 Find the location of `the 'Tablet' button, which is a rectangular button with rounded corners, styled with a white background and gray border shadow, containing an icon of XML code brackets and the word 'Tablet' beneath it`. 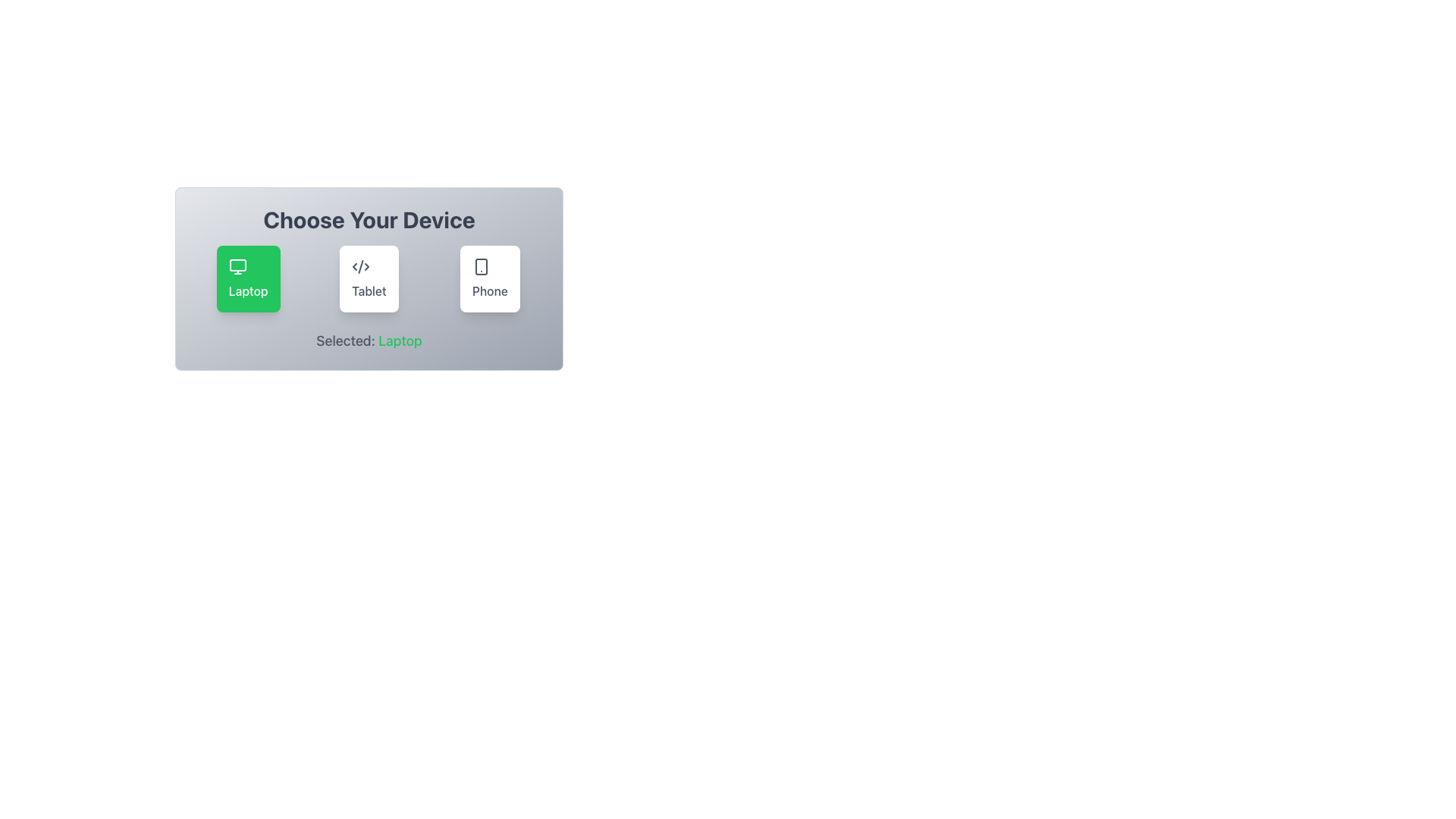

the 'Tablet' button, which is a rectangular button with rounded corners, styled with a white background and gray border shadow, containing an icon of XML code brackets and the word 'Tablet' beneath it is located at coordinates (369, 278).